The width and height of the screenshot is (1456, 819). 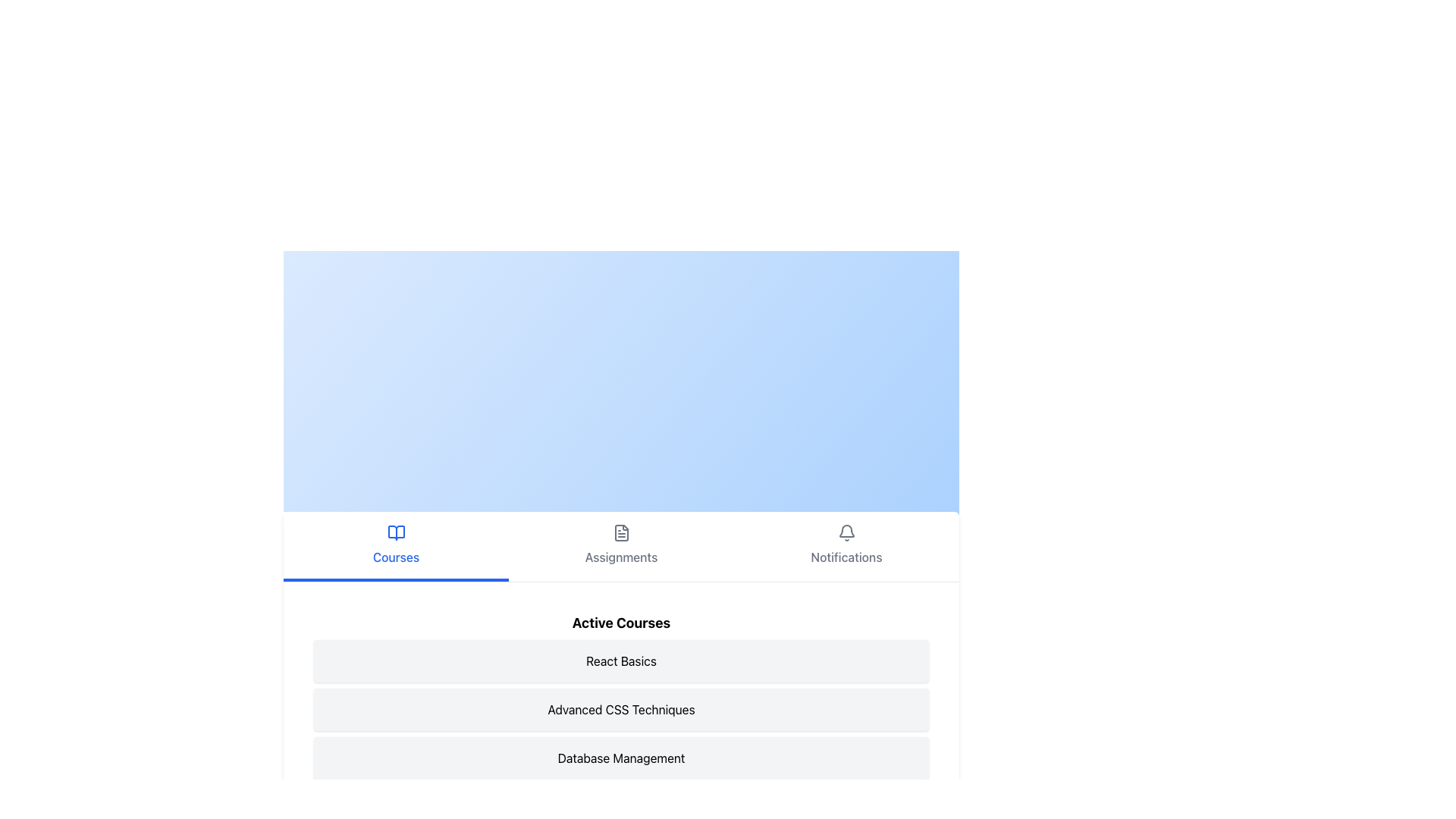 I want to click on the clickable navigation button for notifications located in the middle of the navigation bar at the bottom section of the interface, so click(x=846, y=544).